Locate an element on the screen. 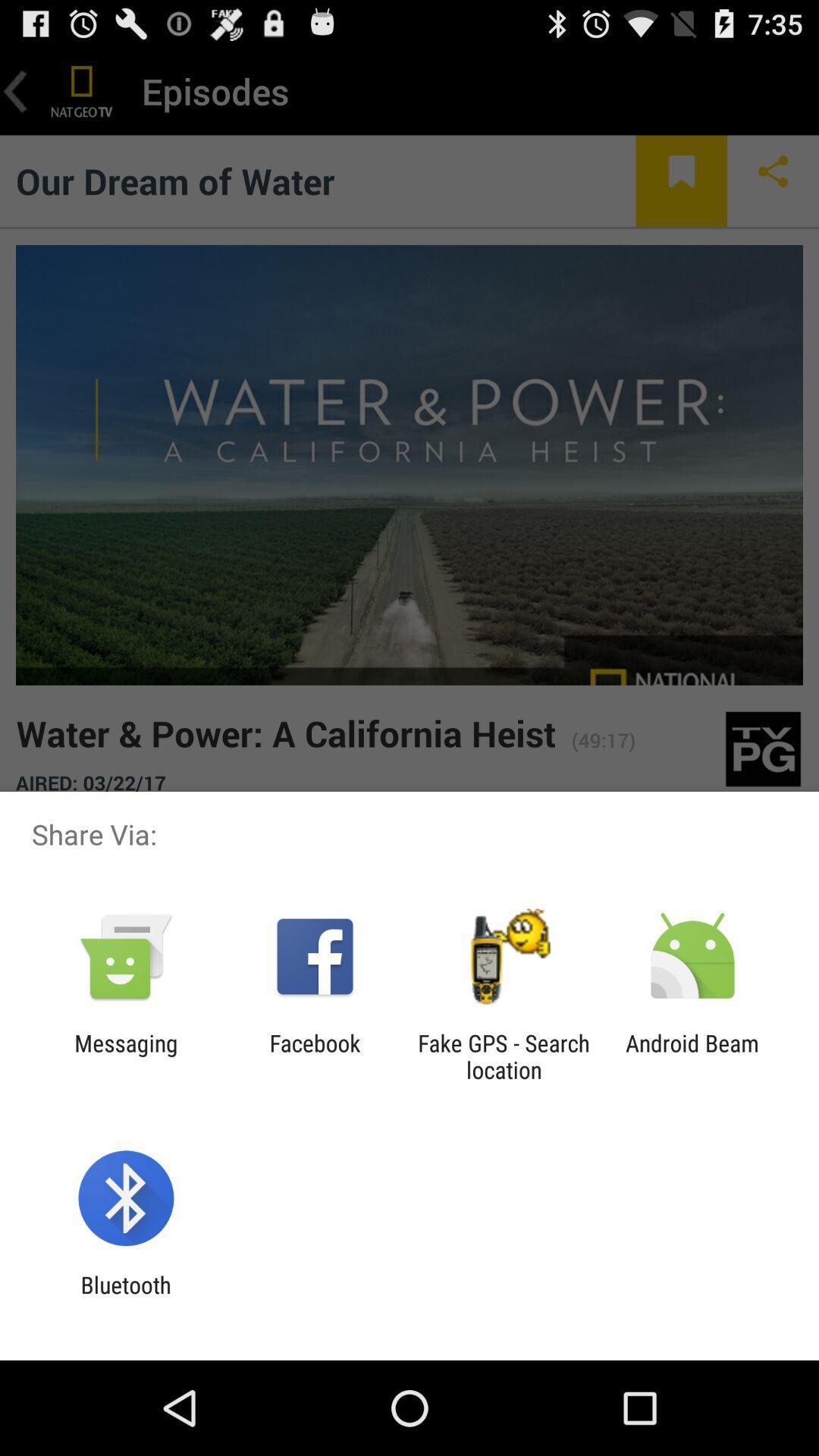  bluetooth app is located at coordinates (125, 1298).